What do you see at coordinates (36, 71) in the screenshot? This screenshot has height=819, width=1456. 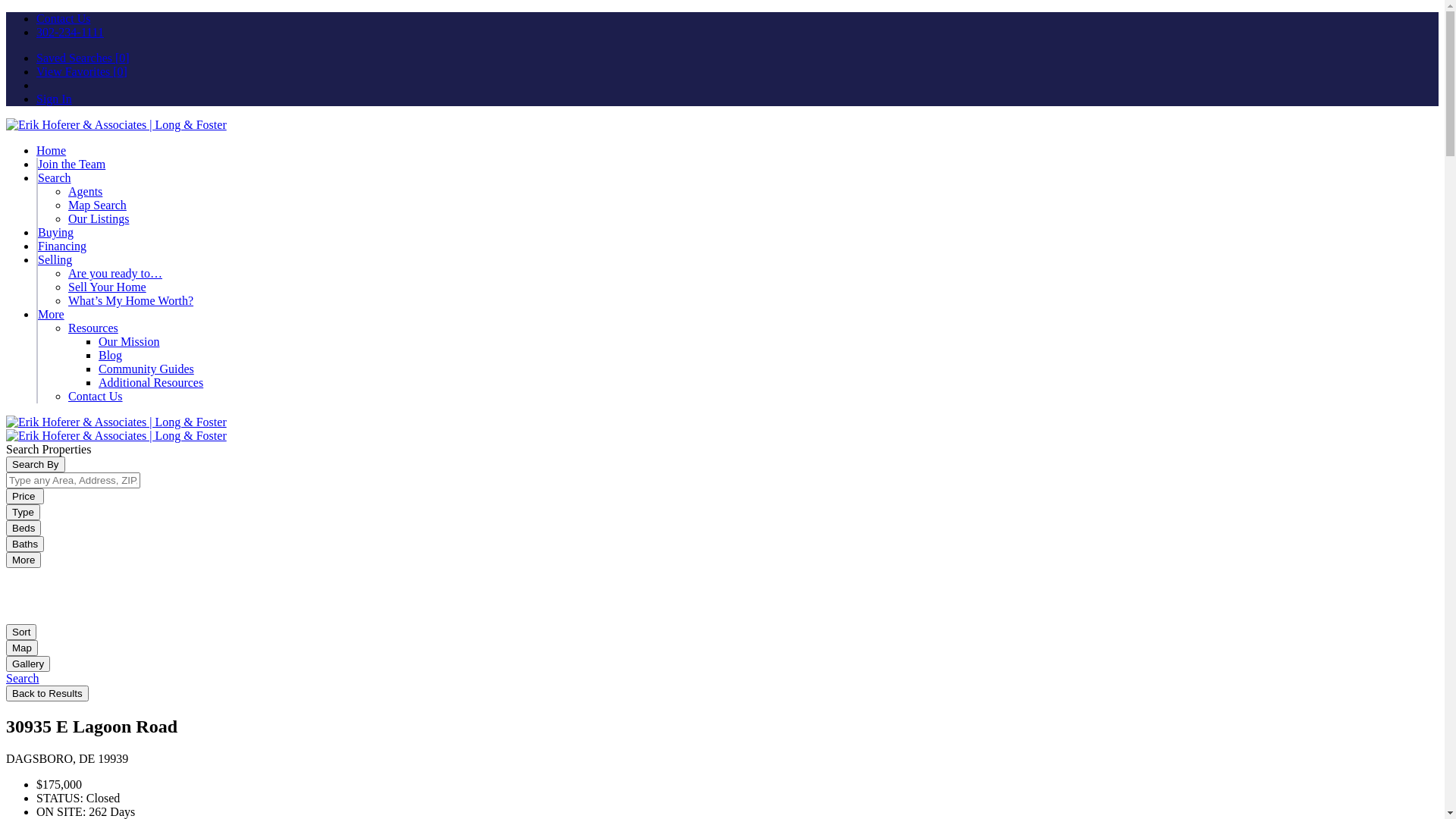 I see `'View Favorites [0]'` at bounding box center [36, 71].